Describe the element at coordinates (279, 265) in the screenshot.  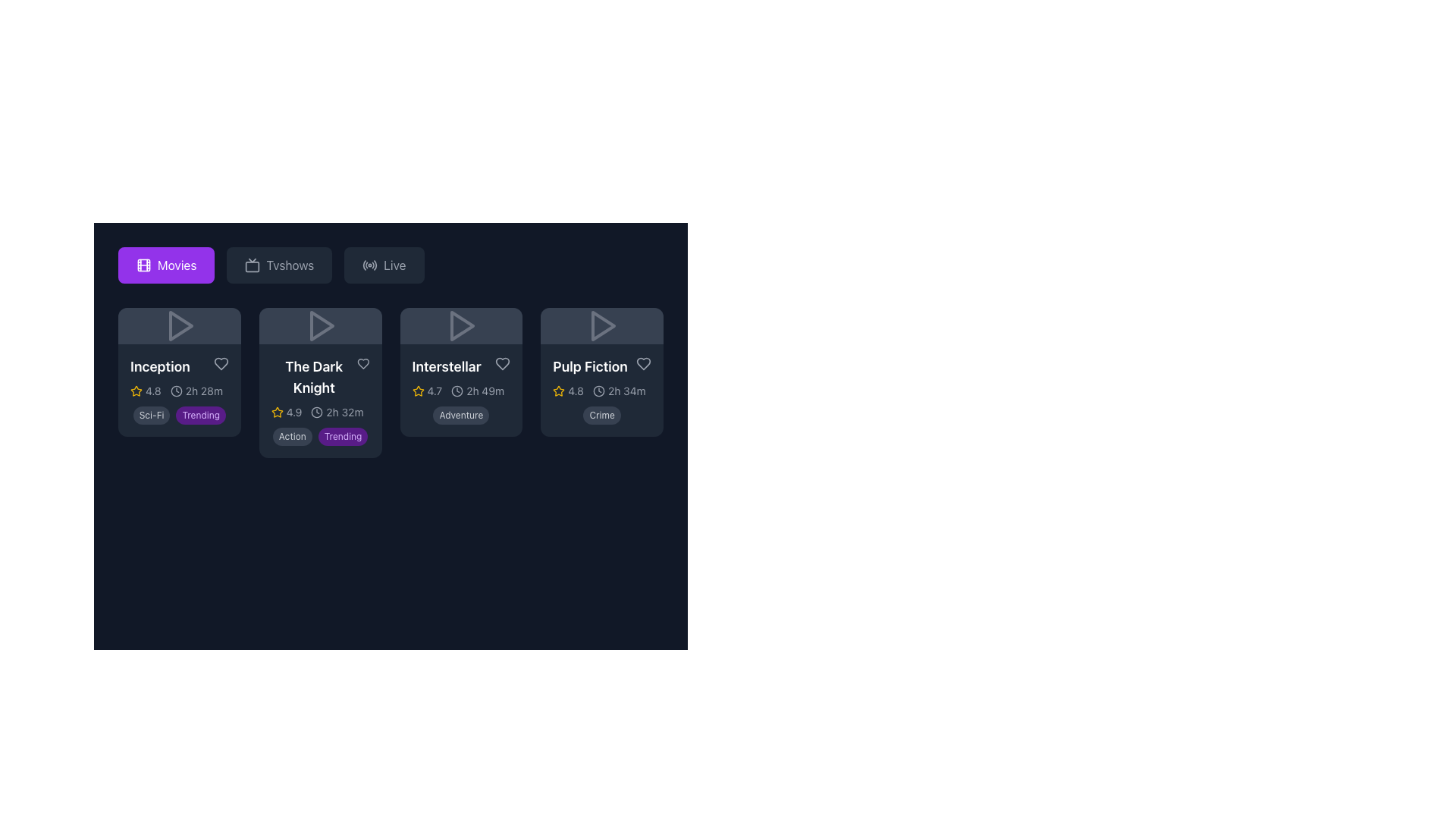
I see `the 'Tvshows' navigation button, which is the second button in a row of three, located between the 'Movies' button with a purple background and the 'Live' button` at that location.